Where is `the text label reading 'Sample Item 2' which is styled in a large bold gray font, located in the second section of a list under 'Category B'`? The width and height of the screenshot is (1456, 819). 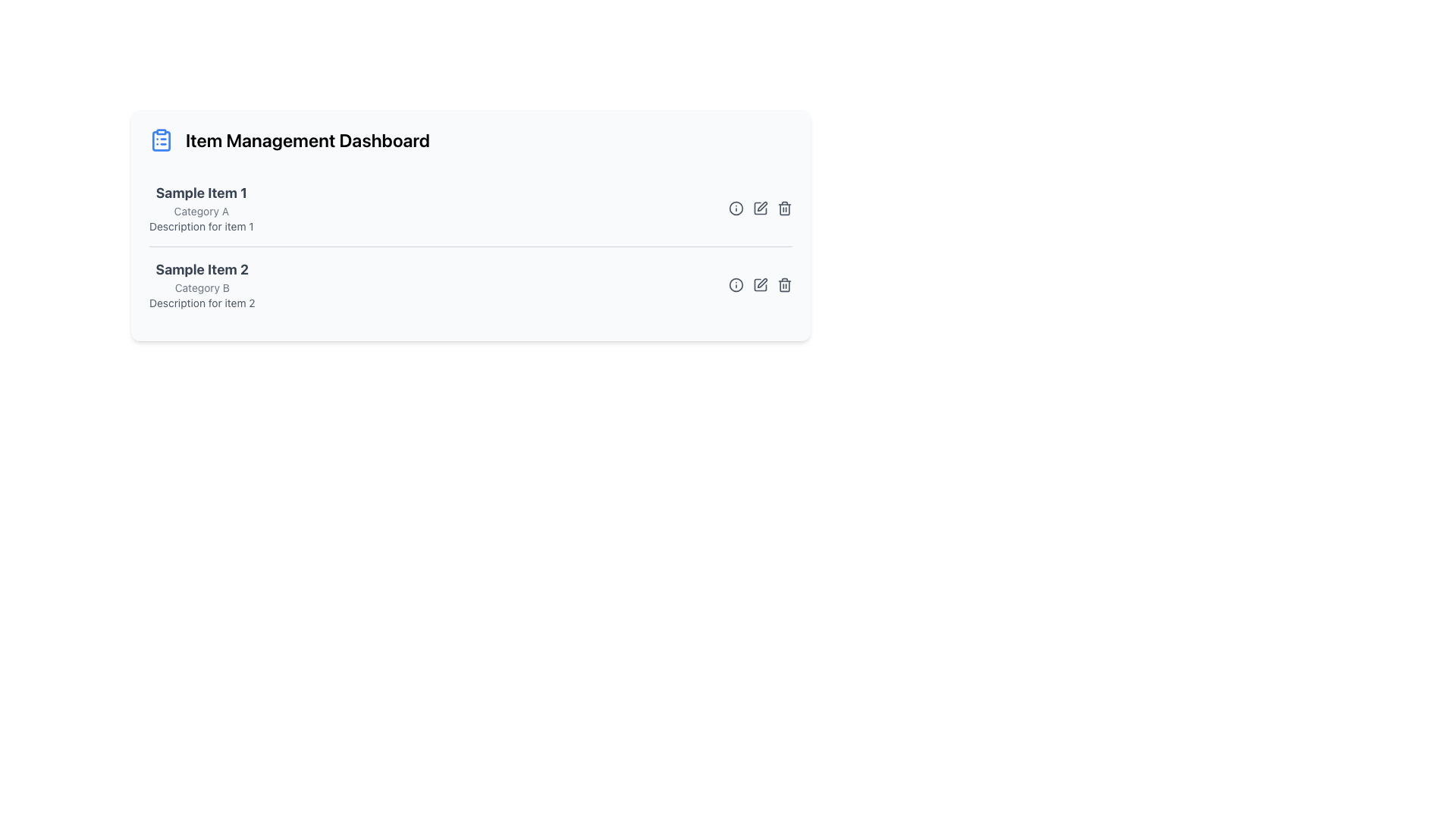
the text label reading 'Sample Item 2' which is styled in a large bold gray font, located in the second section of a list under 'Category B' is located at coordinates (201, 268).